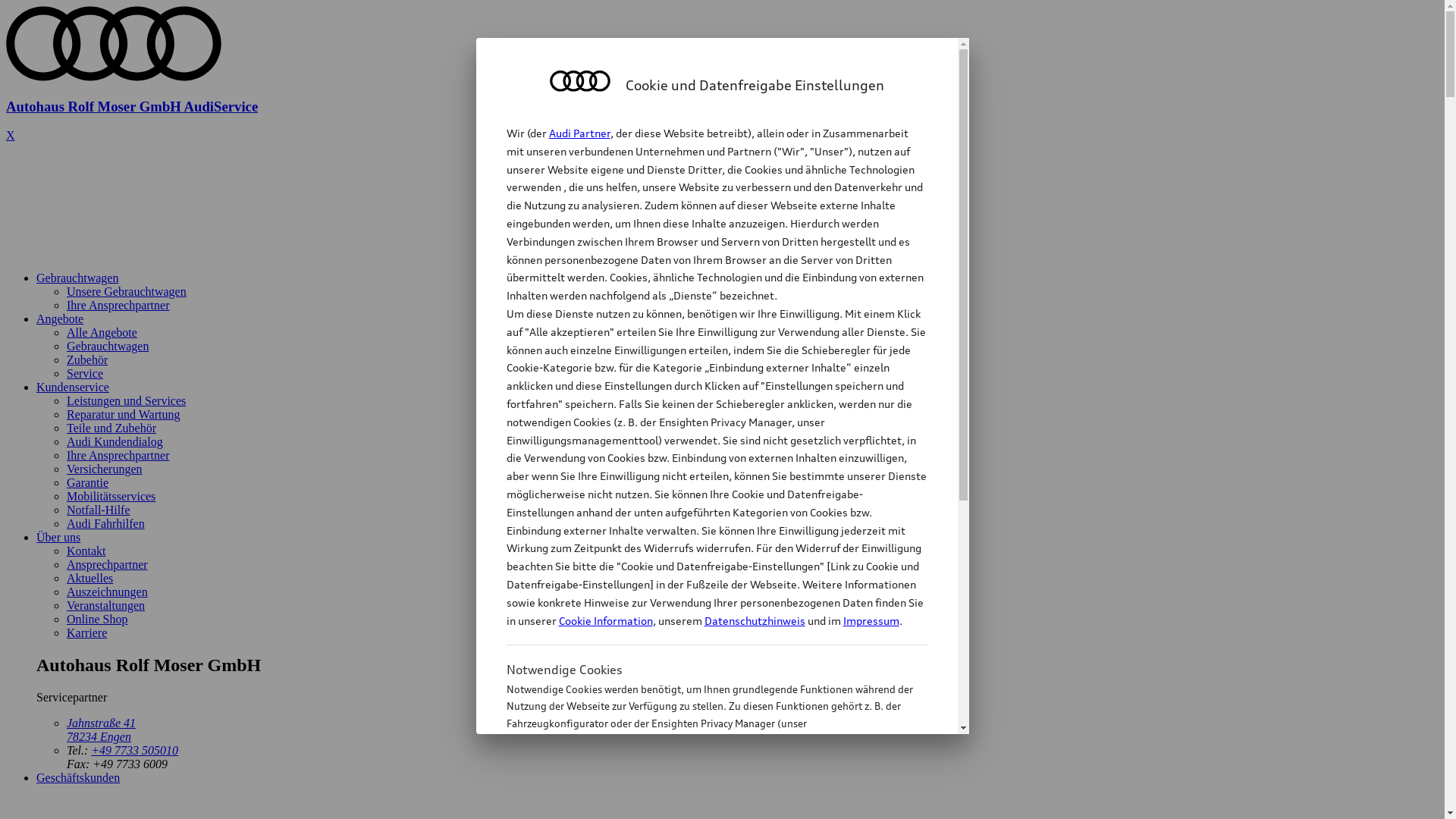 This screenshot has height=819, width=1456. I want to click on 'Autohaus Rolf Moser GmbH AudiService', so click(721, 93).